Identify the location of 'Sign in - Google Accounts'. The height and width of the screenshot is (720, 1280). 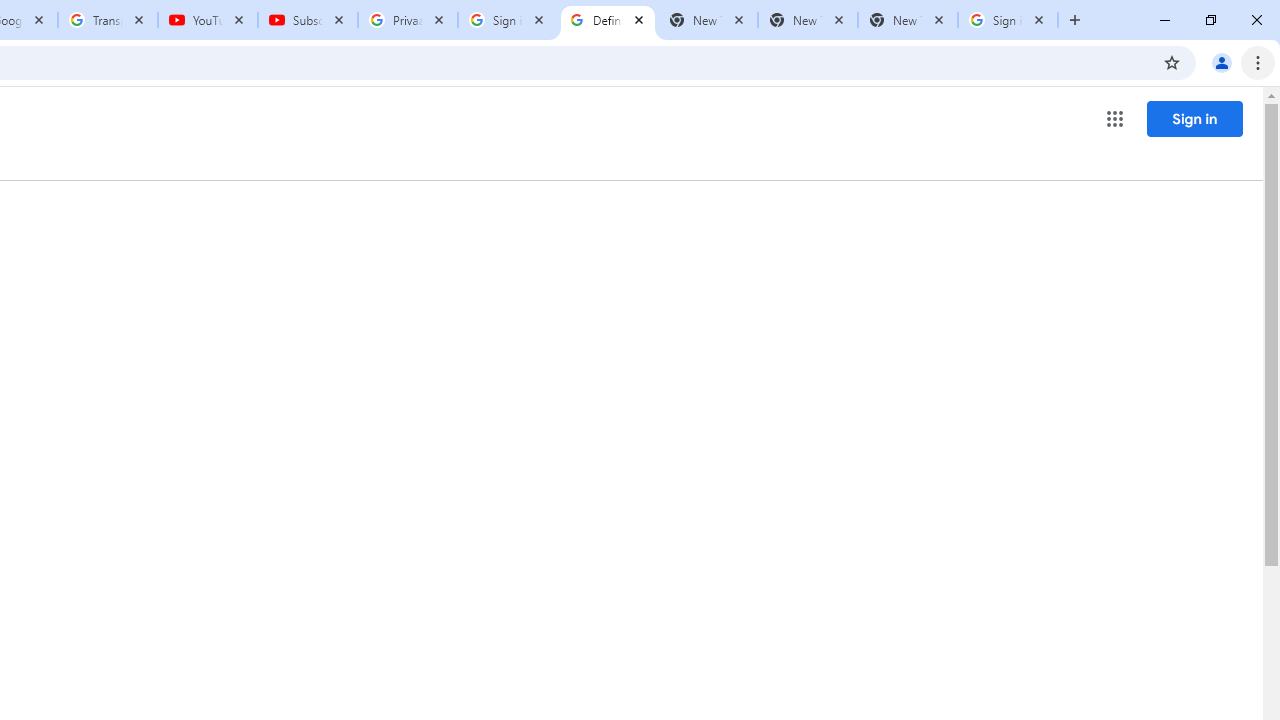
(1008, 20).